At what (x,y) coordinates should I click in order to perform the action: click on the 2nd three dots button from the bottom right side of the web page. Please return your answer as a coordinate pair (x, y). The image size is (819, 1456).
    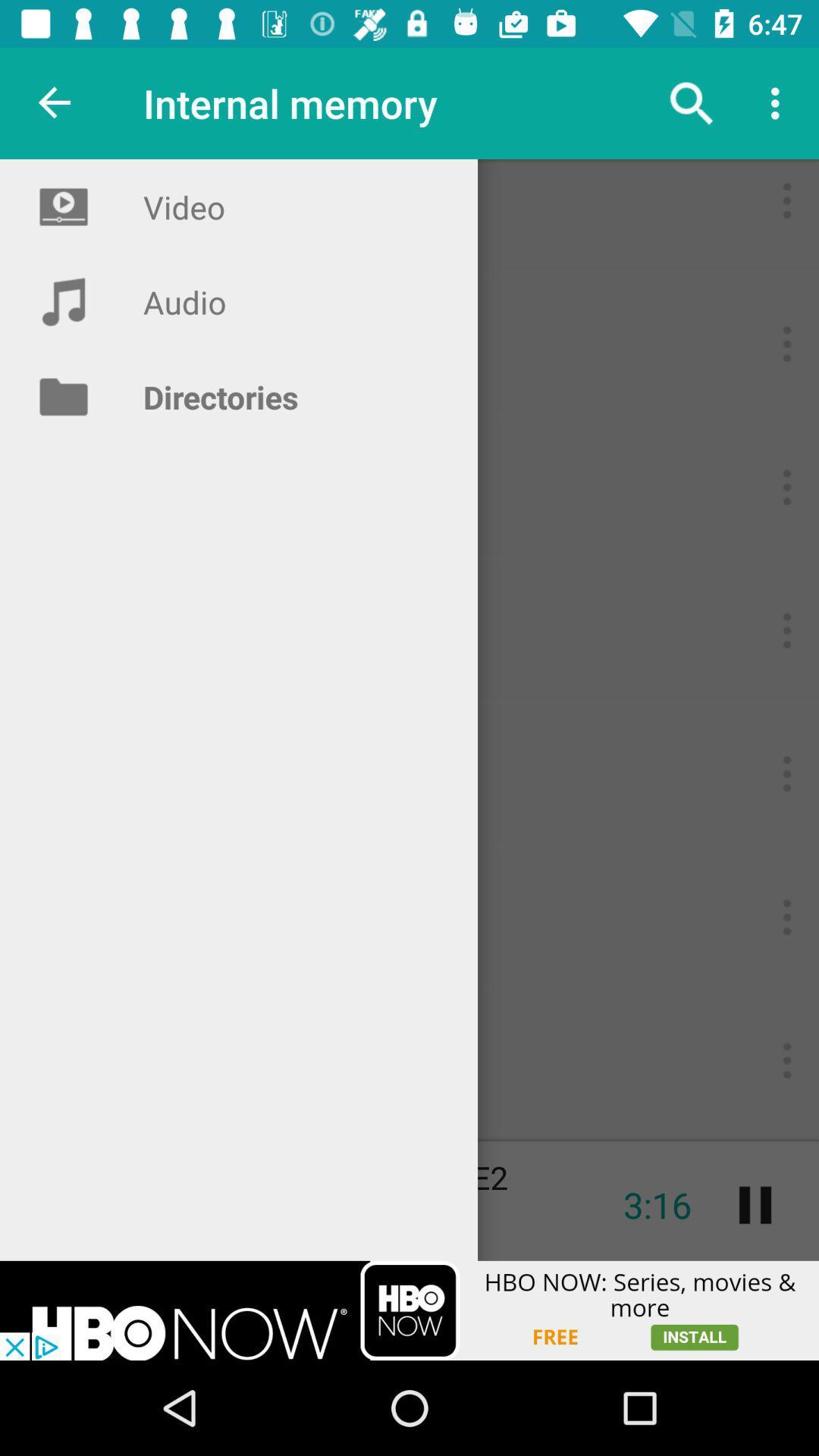
    Looking at the image, I should click on (786, 916).